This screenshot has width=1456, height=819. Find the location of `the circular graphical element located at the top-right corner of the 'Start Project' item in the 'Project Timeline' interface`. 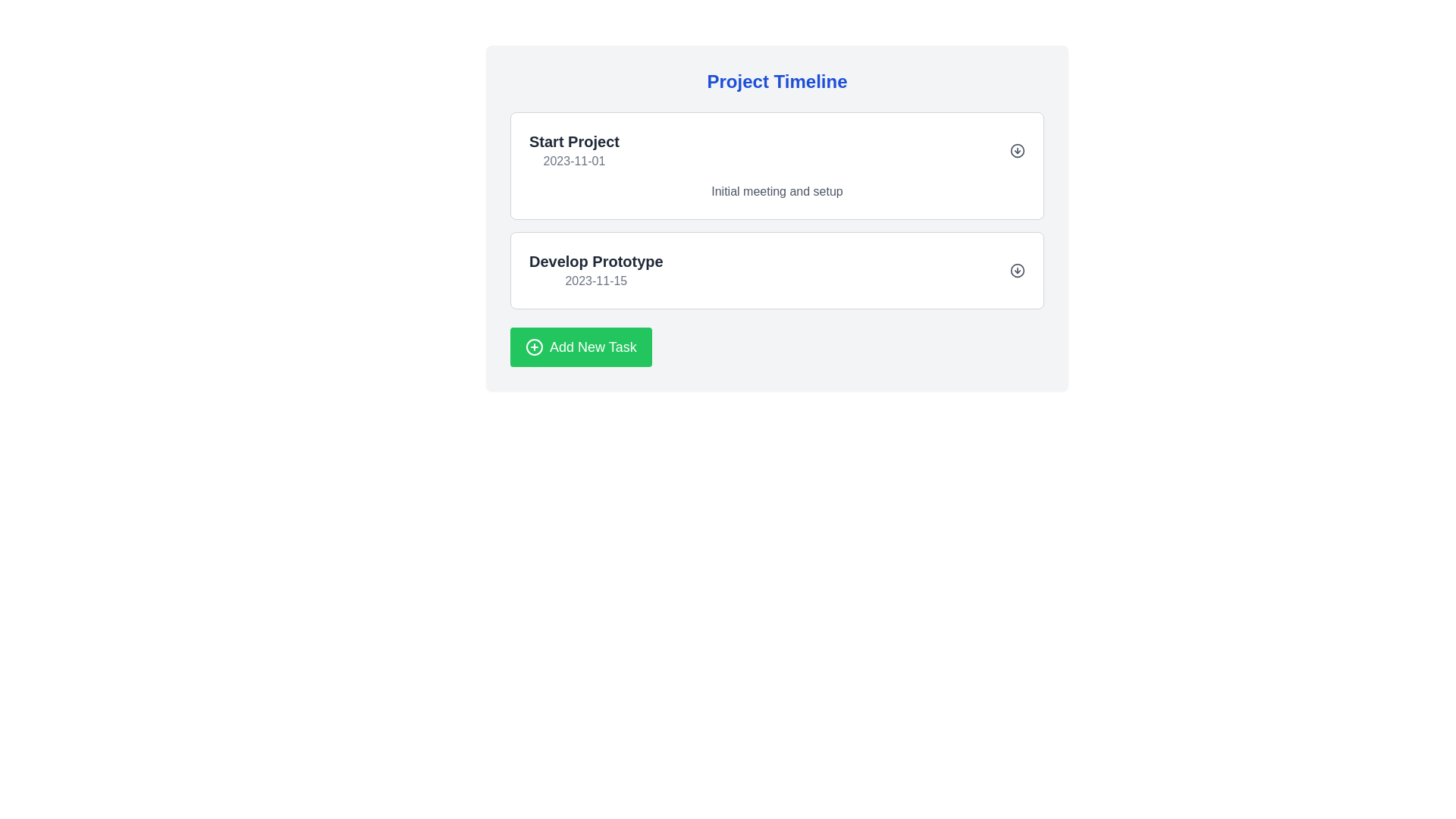

the circular graphical element located at the top-right corner of the 'Start Project' item in the 'Project Timeline' interface is located at coordinates (1018, 151).